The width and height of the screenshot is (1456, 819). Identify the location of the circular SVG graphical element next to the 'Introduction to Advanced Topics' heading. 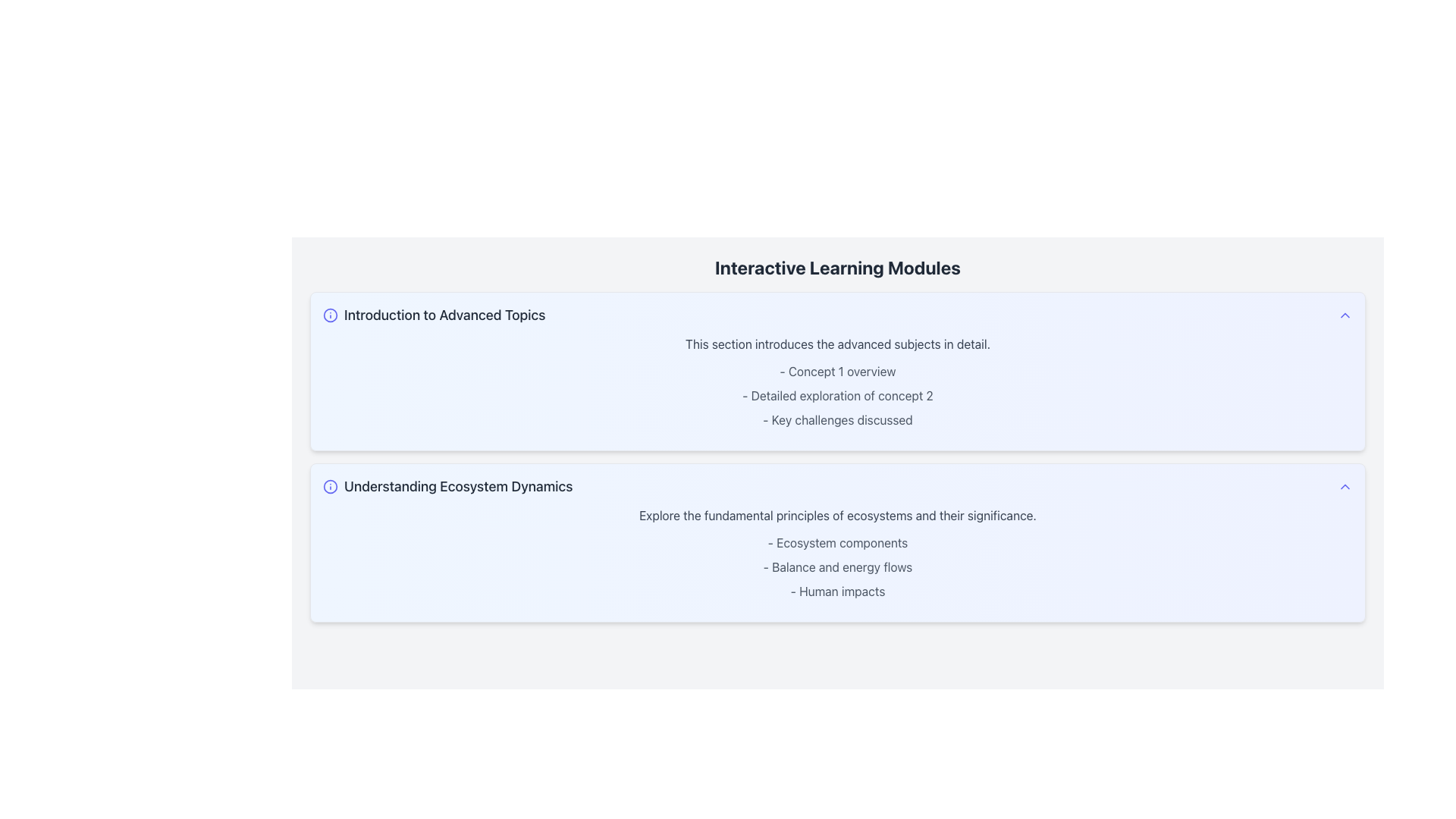
(330, 315).